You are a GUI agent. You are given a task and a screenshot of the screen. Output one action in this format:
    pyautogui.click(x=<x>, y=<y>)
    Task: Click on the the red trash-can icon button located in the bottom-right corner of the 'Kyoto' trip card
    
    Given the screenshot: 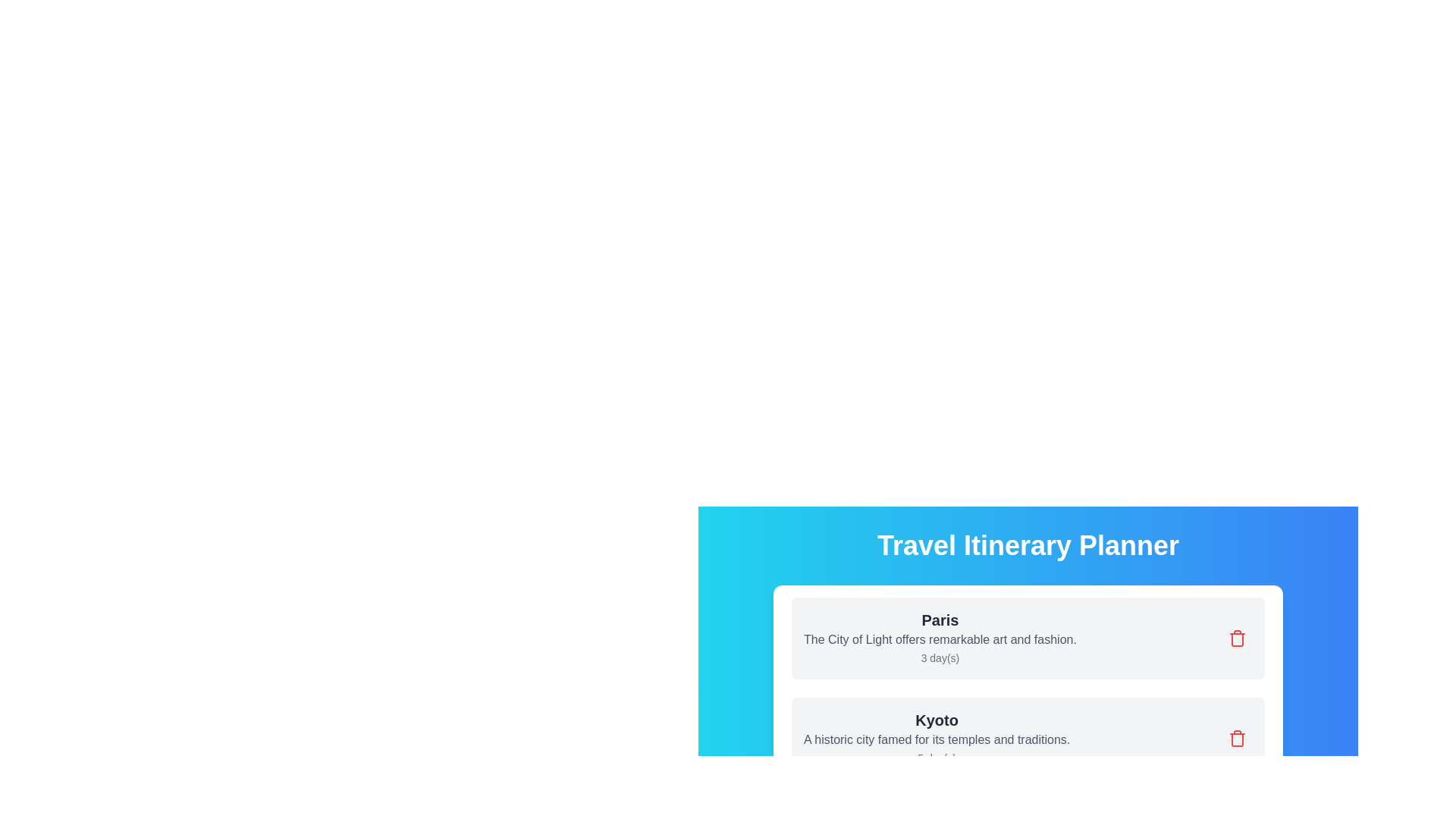 What is the action you would take?
    pyautogui.click(x=1238, y=738)
    